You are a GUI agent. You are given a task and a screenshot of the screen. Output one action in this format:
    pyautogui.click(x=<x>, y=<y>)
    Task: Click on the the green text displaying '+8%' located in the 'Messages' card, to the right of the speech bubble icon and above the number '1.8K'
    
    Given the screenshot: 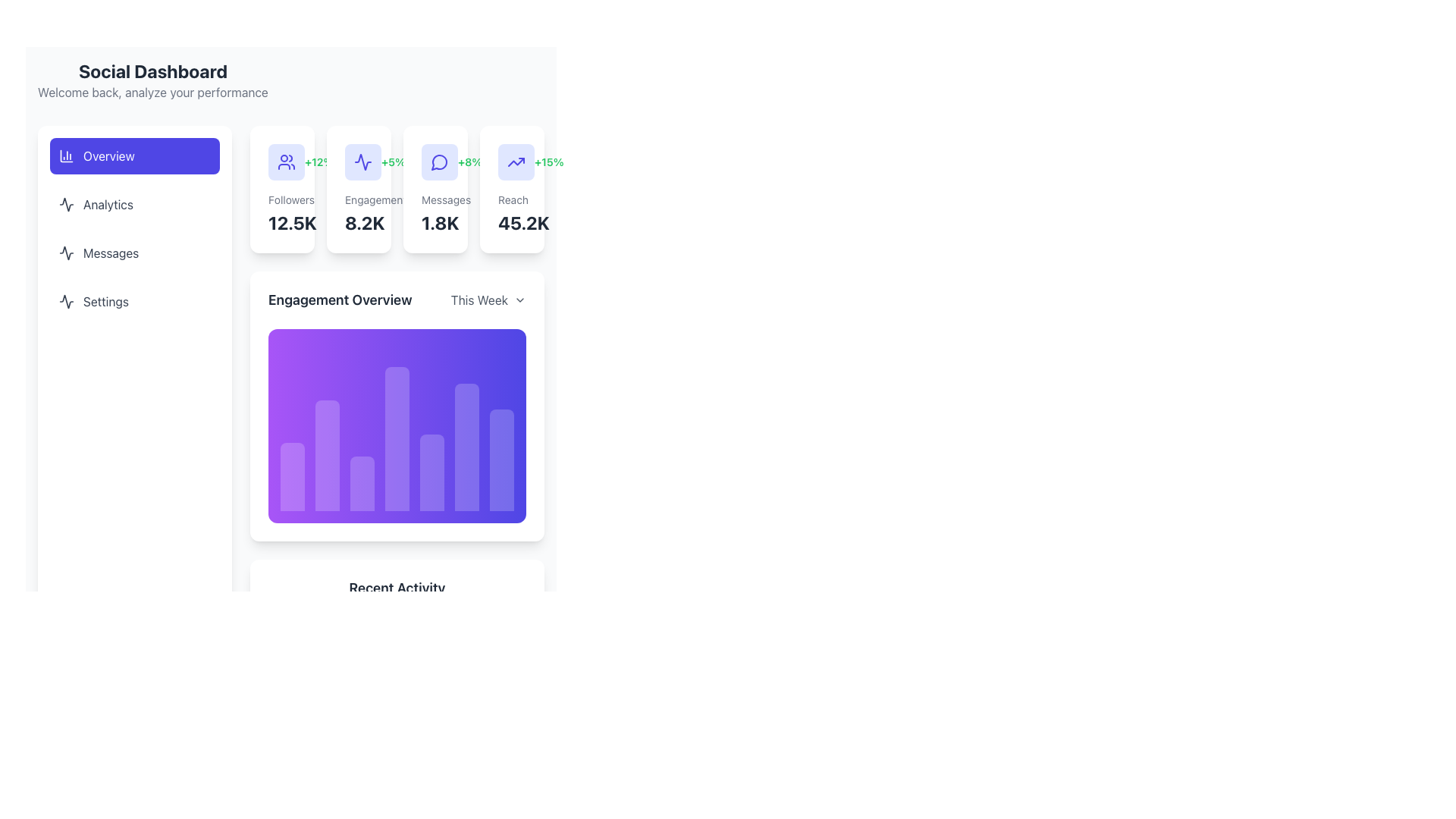 What is the action you would take?
    pyautogui.click(x=469, y=162)
    